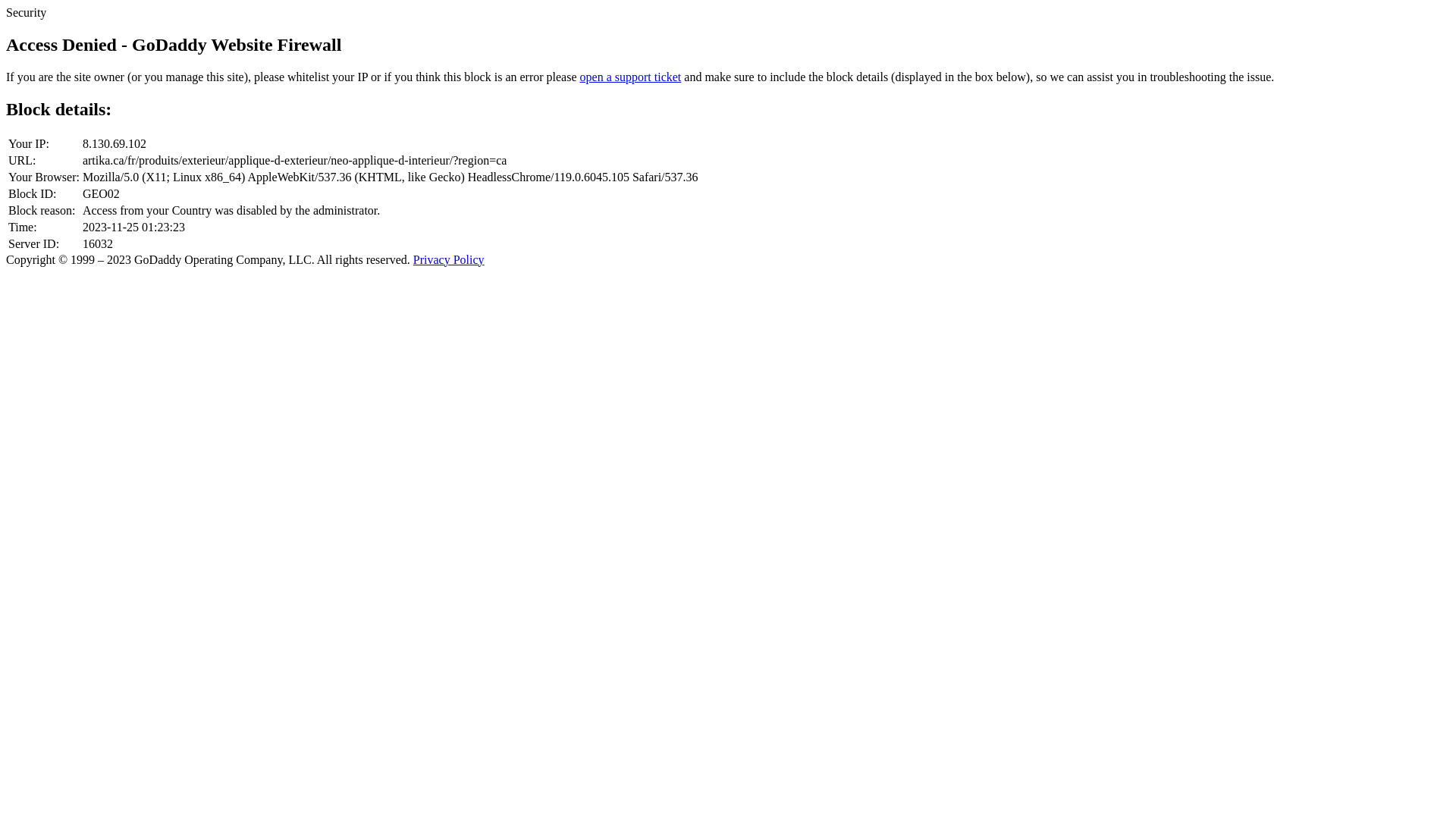 This screenshot has height=819, width=1456. What do you see at coordinates (630, 77) in the screenshot?
I see `'open a support ticket'` at bounding box center [630, 77].